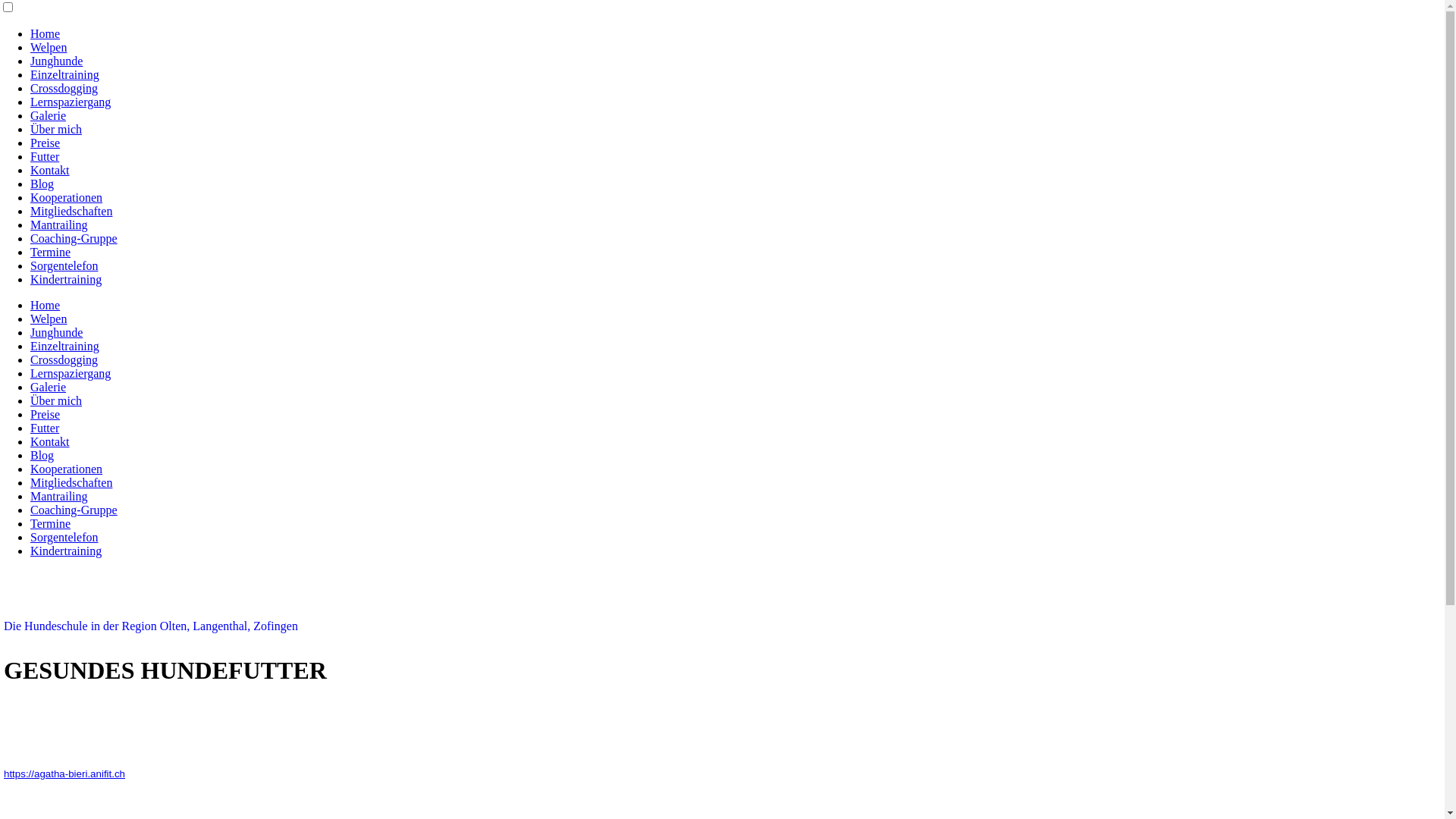 This screenshot has width=1456, height=819. Describe the element at coordinates (45, 33) in the screenshot. I see `'Home'` at that location.